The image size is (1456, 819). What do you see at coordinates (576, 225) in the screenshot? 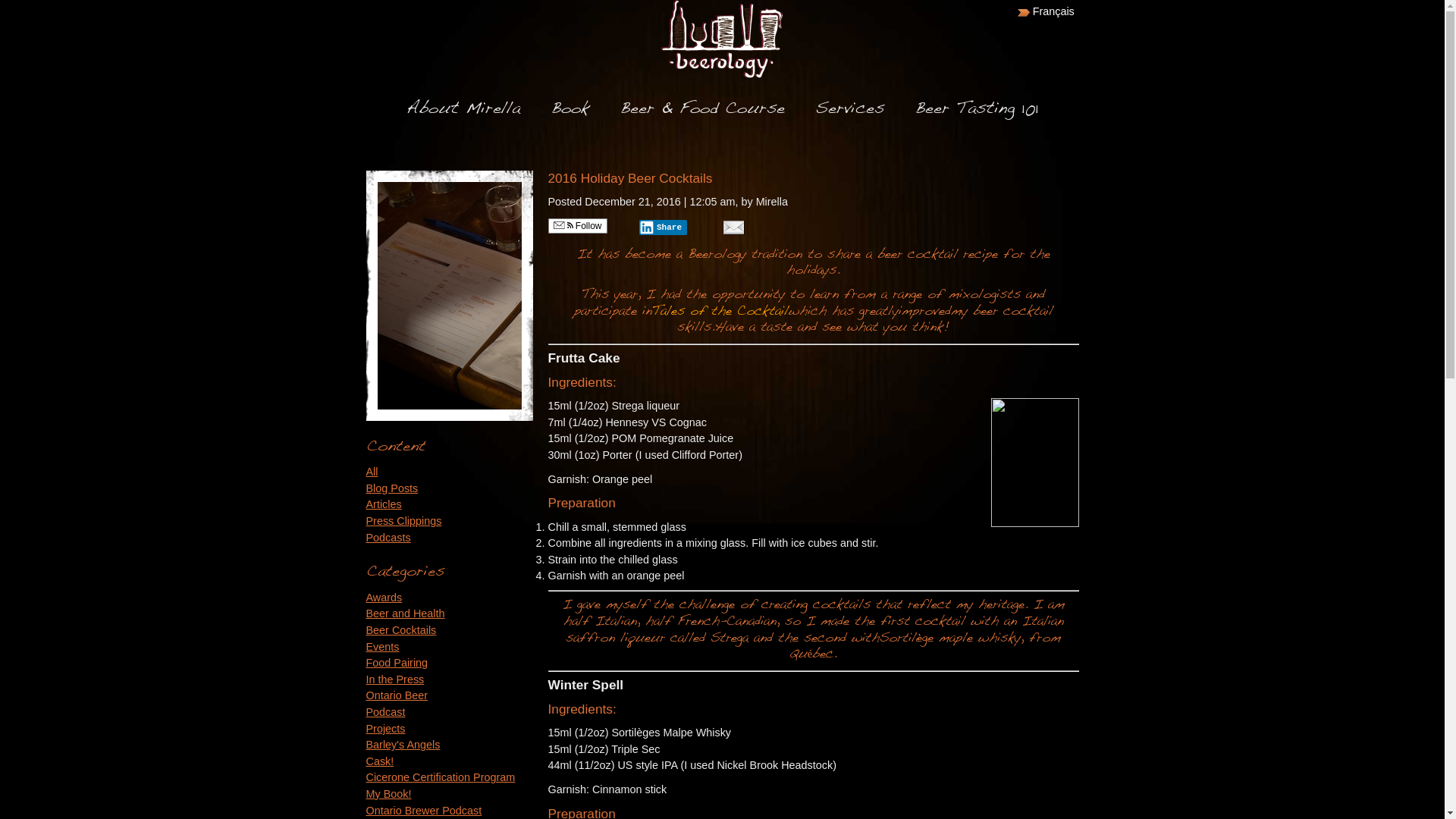
I see `'Follow'` at bounding box center [576, 225].